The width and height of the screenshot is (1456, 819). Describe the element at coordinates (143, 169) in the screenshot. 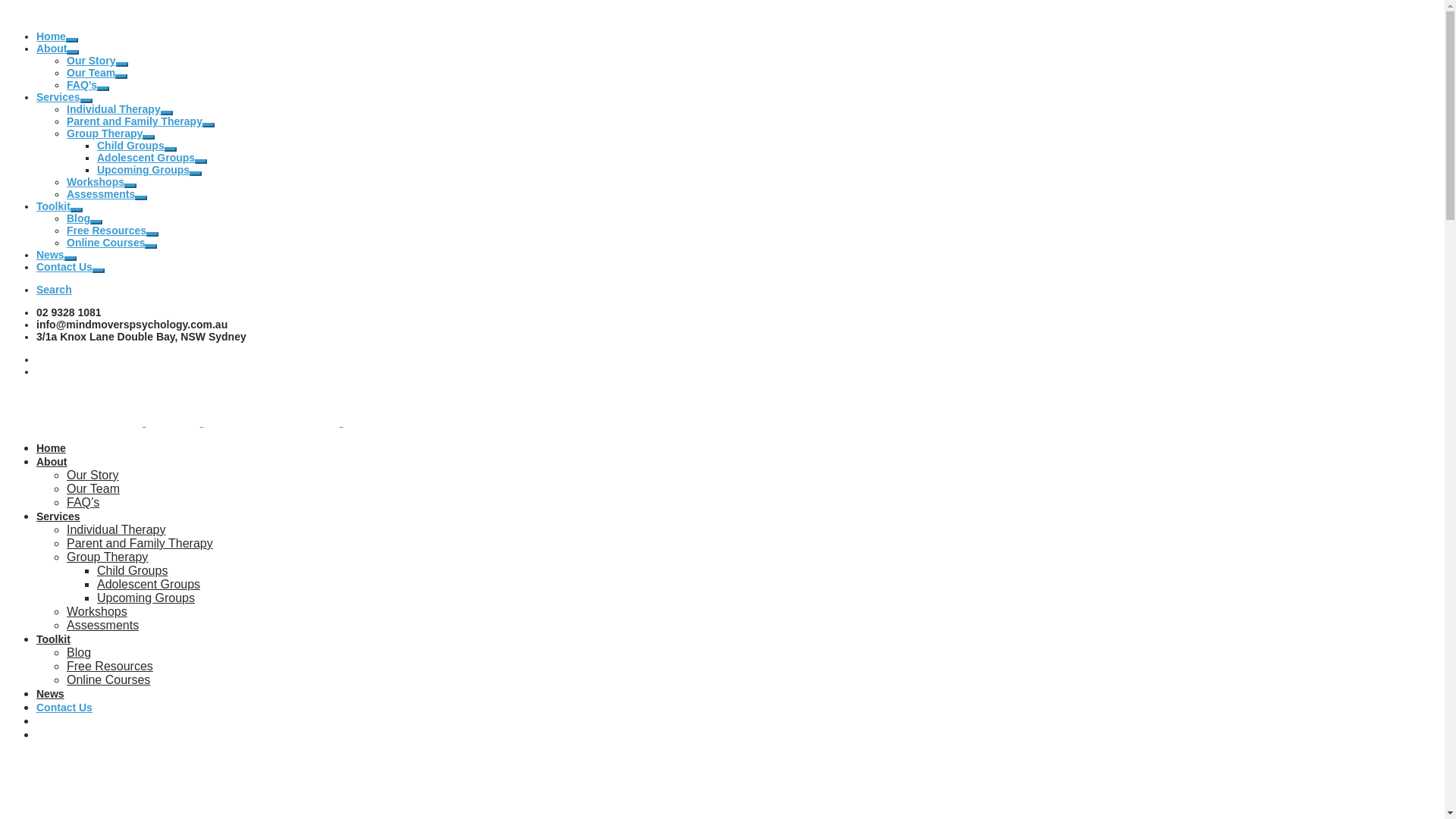

I see `'Upcoming Groups'` at that location.